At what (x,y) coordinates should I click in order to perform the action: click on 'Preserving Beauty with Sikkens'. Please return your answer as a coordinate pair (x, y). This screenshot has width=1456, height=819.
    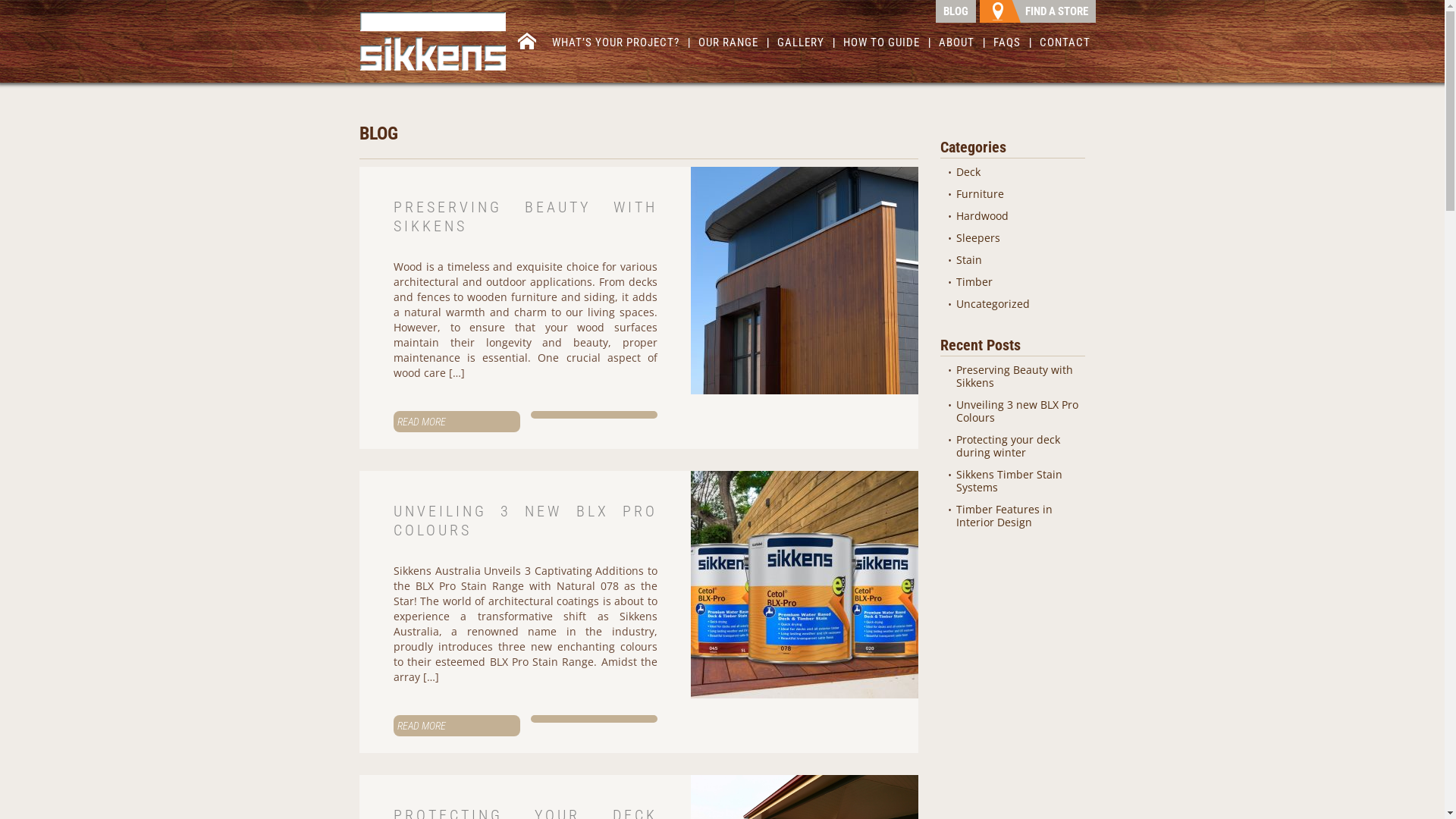
    Looking at the image, I should click on (1015, 375).